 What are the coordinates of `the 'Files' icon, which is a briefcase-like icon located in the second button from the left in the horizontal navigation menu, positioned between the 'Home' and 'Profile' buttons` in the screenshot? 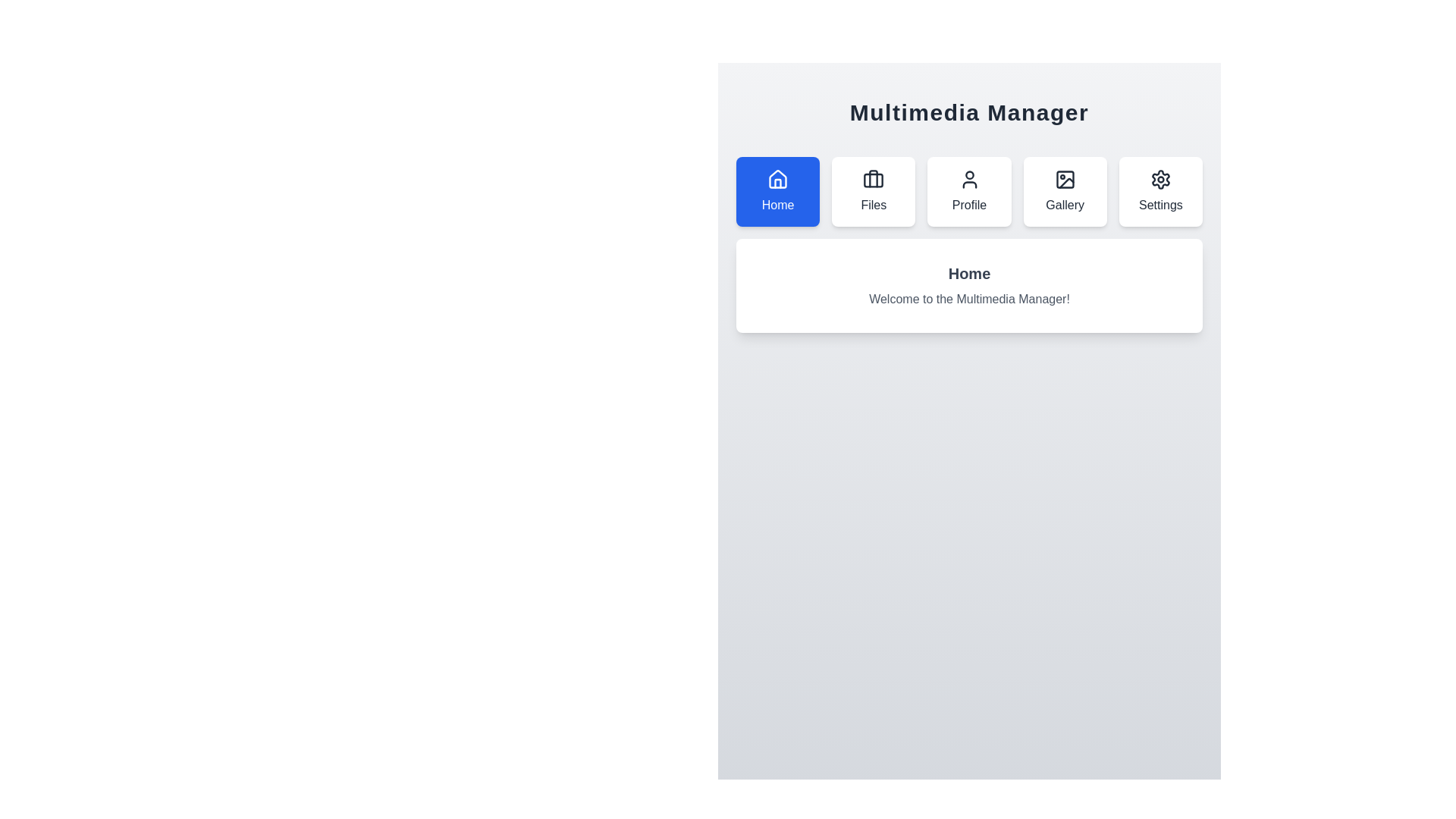 It's located at (874, 178).